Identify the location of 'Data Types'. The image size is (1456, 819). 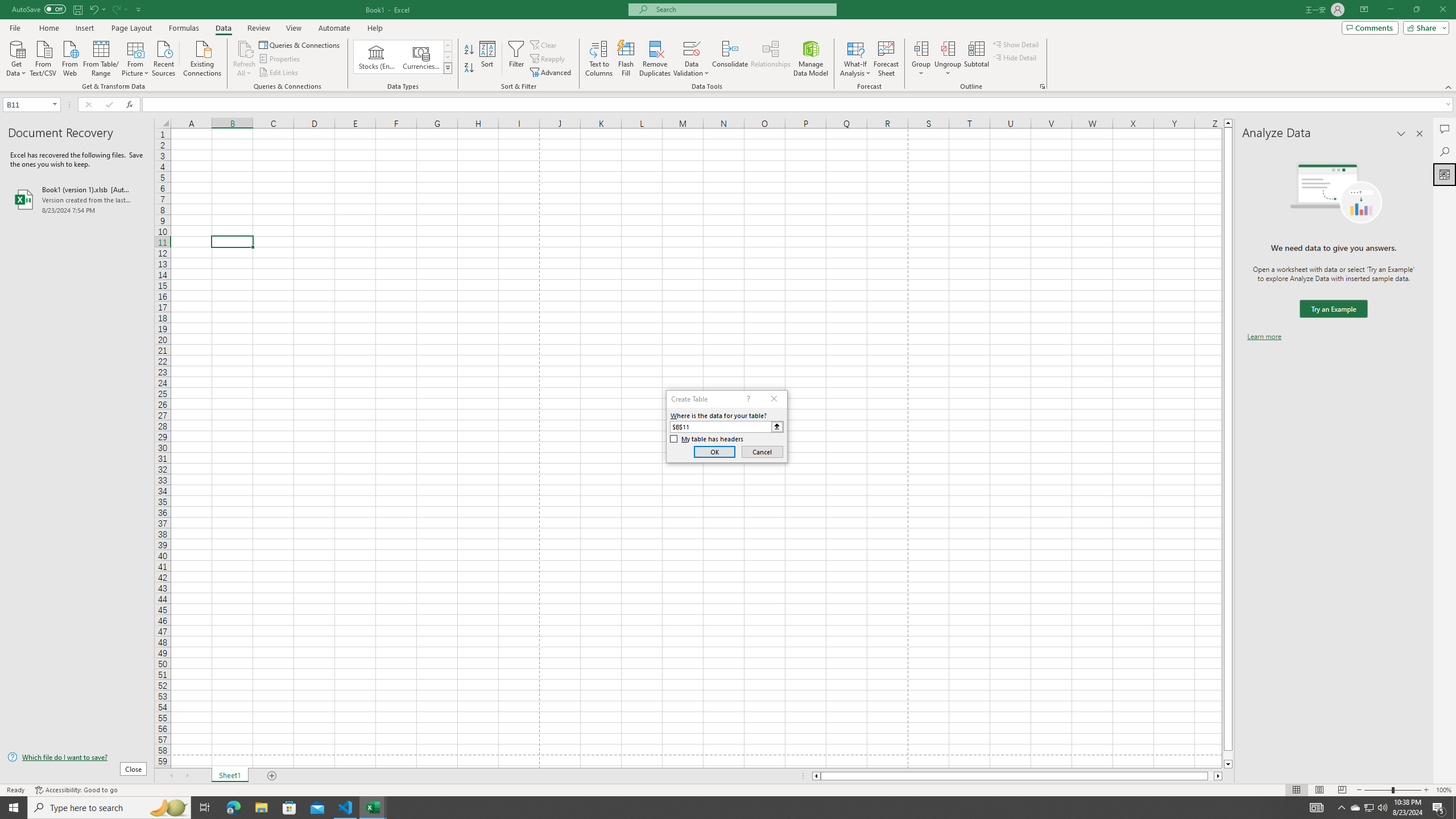
(448, 67).